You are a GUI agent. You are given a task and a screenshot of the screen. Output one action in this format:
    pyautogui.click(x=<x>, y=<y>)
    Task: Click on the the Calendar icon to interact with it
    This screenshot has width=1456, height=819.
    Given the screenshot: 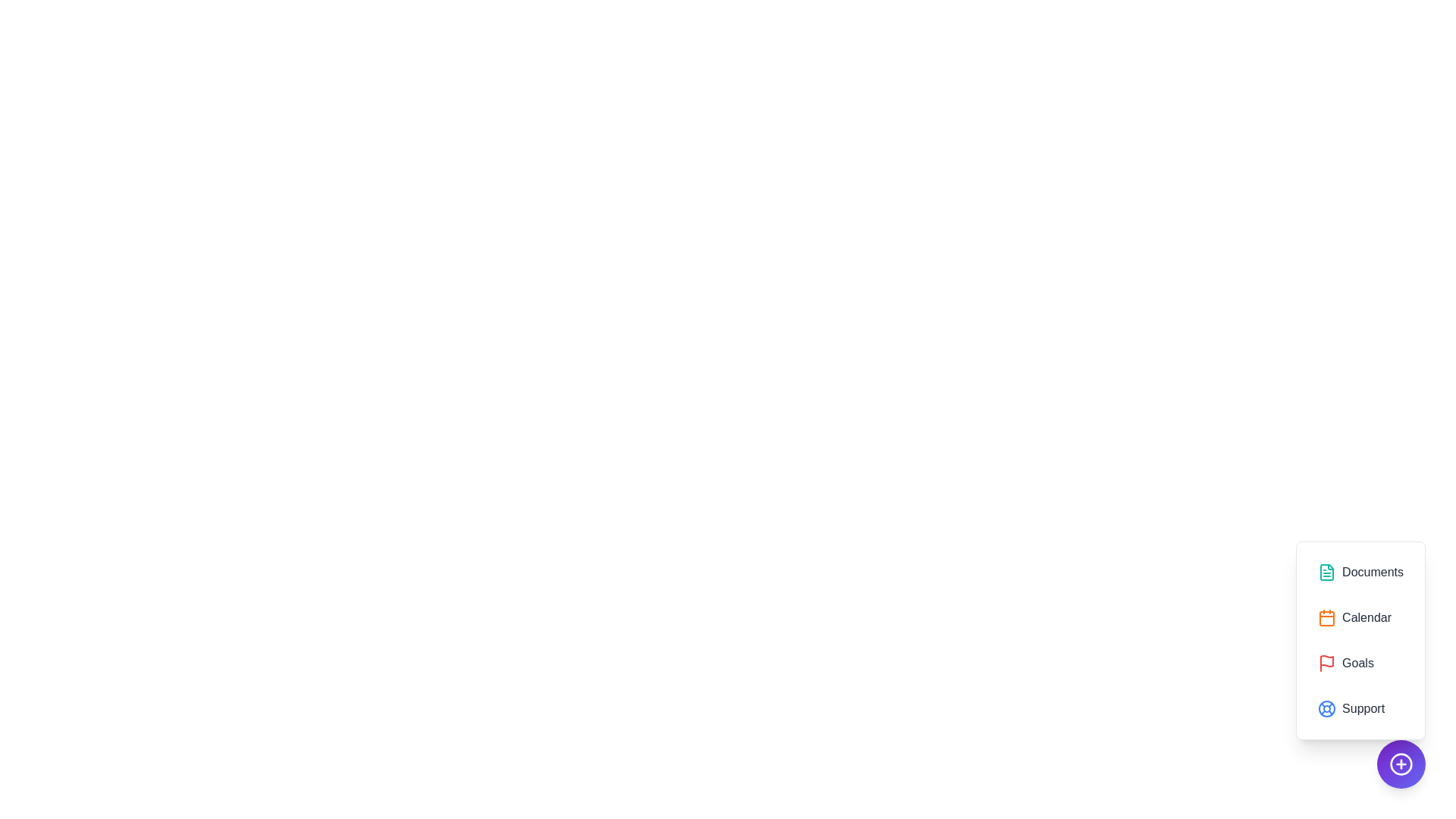 What is the action you would take?
    pyautogui.click(x=1360, y=617)
    